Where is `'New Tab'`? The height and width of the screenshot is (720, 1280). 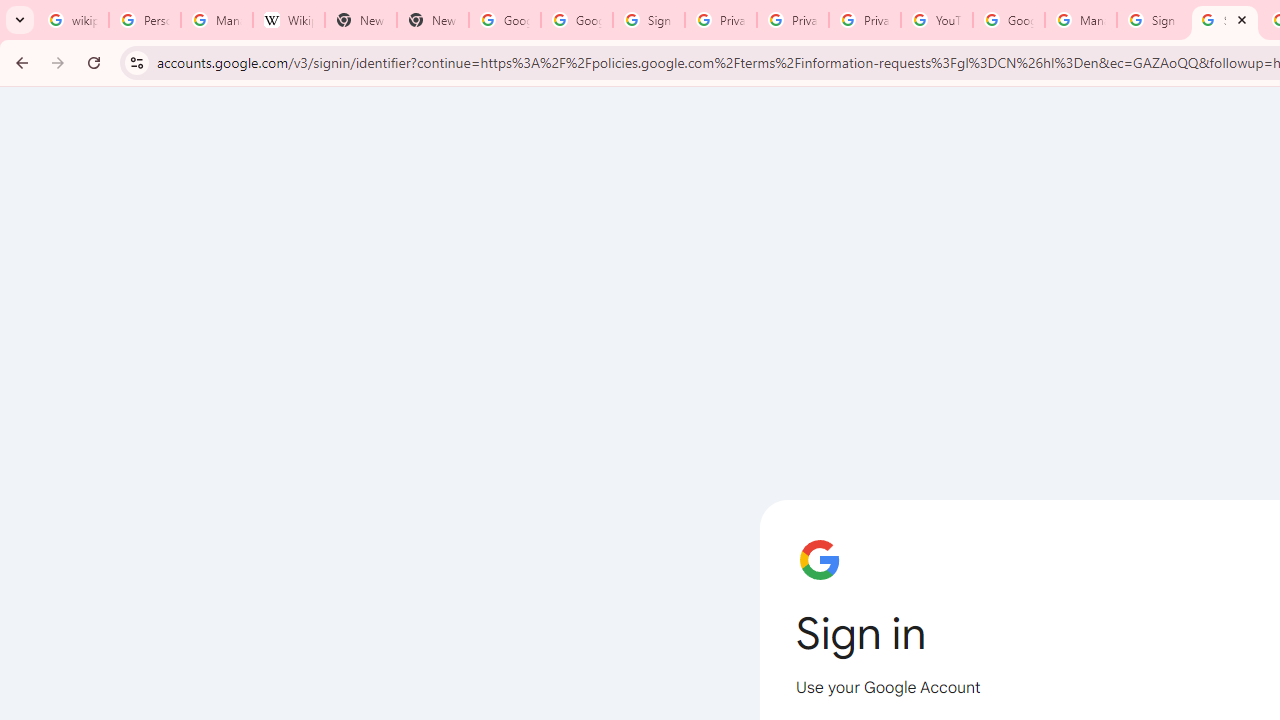
'New Tab' is located at coordinates (431, 20).